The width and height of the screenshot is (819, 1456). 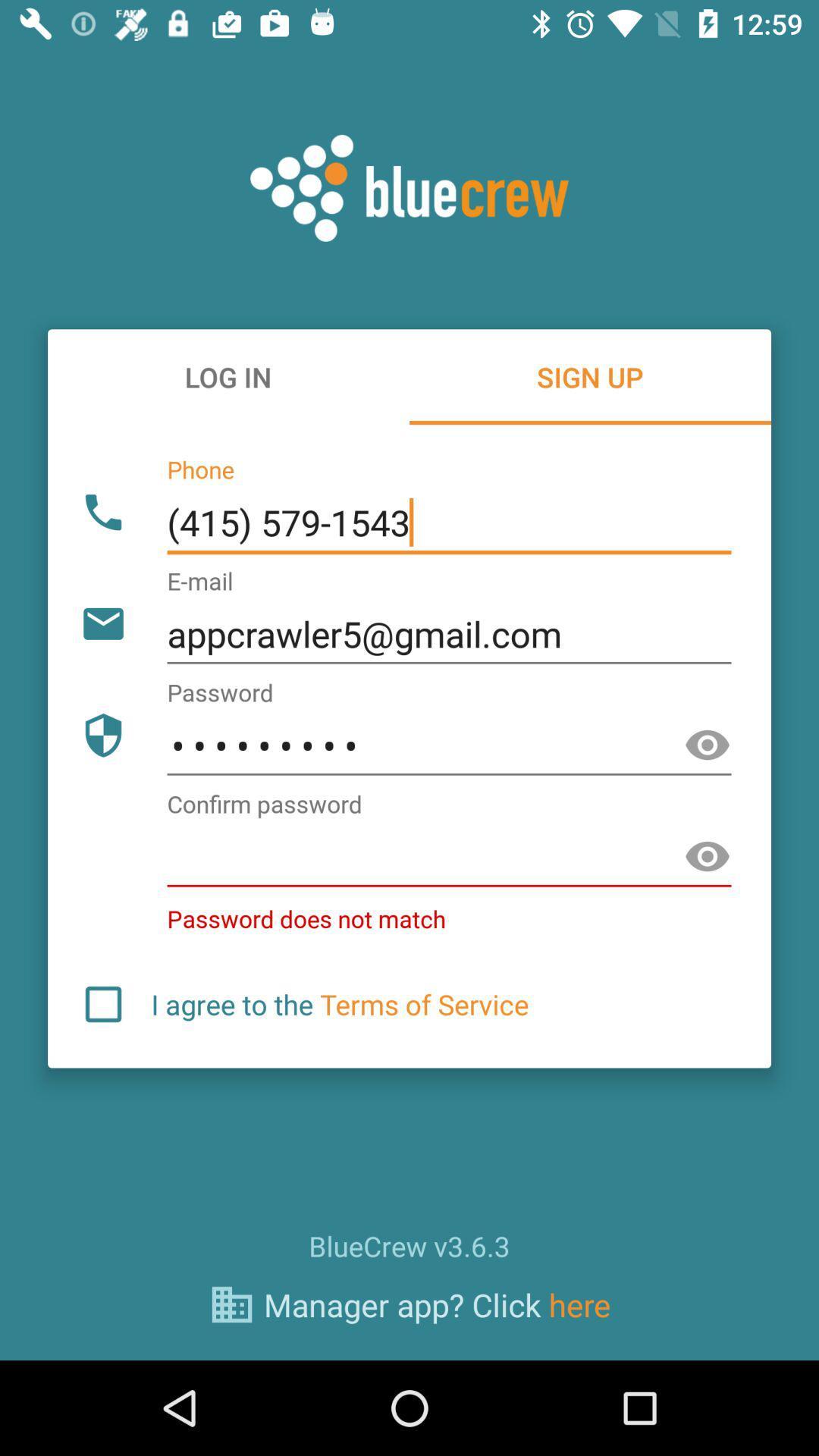 I want to click on make a binary choice, so click(x=102, y=1004).